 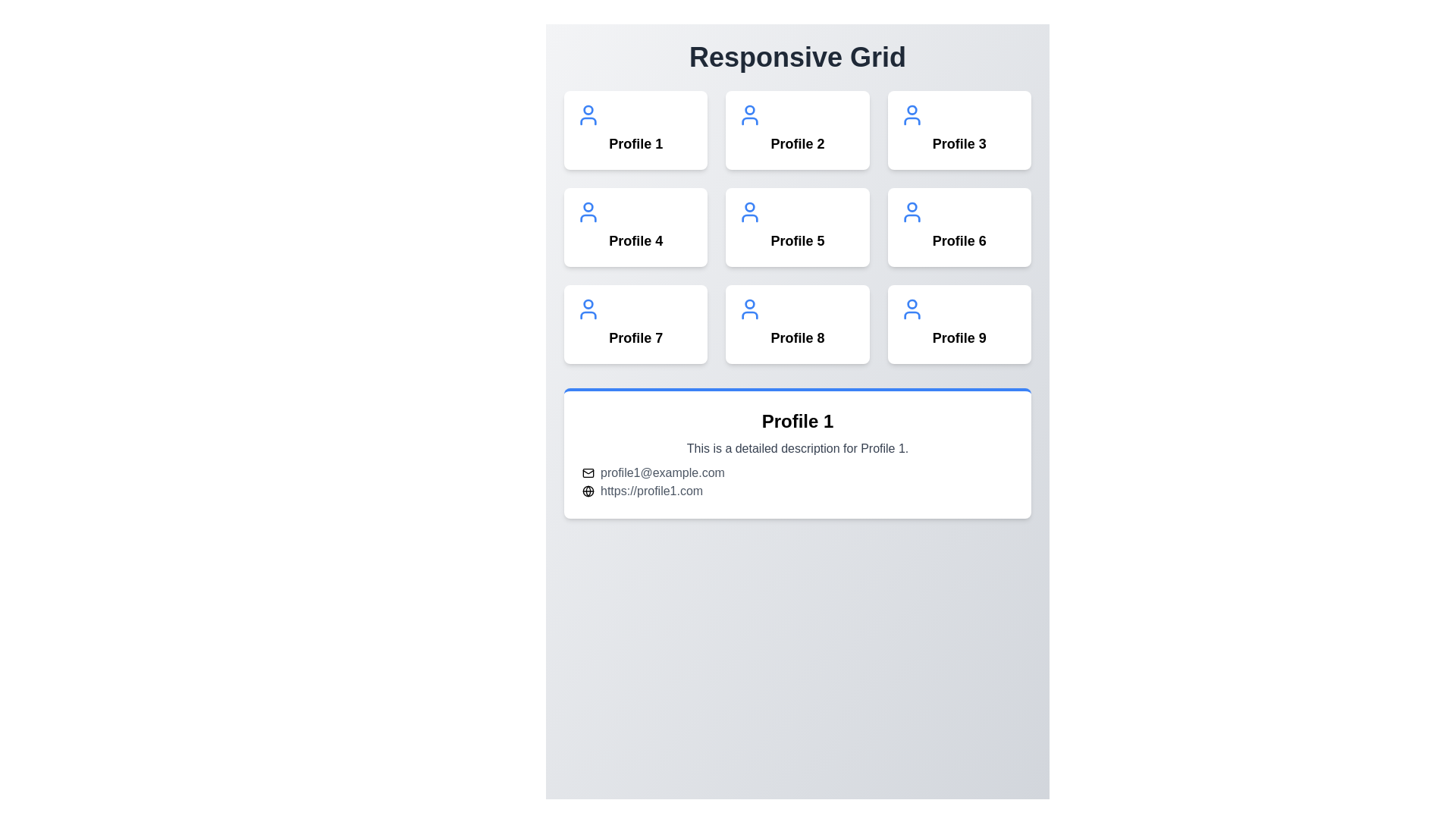 What do you see at coordinates (796, 337) in the screenshot?
I see `the bold text element displaying 'Profile 8'` at bounding box center [796, 337].